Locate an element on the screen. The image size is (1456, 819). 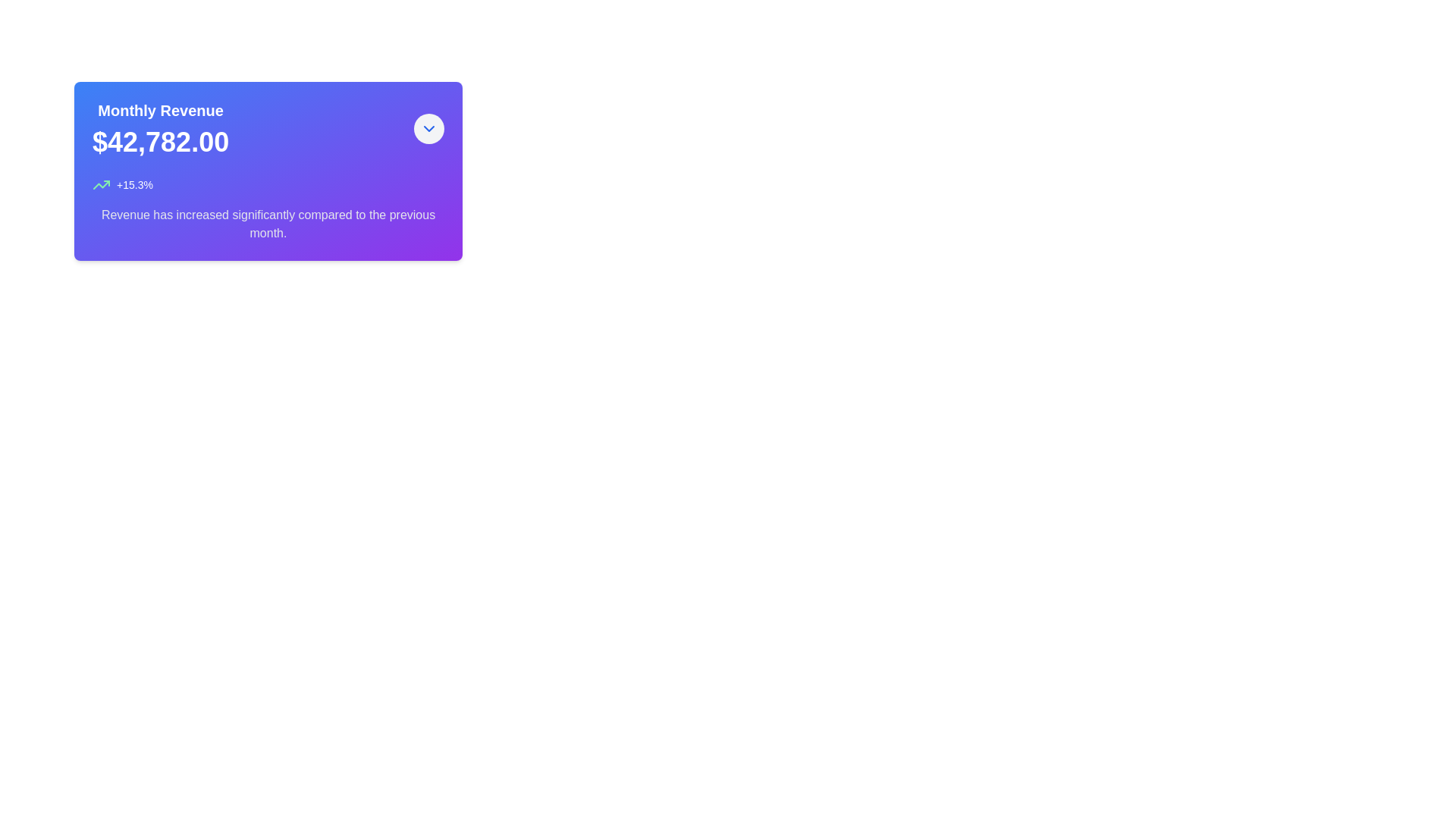
the small green upward-trending line chart icon located to the left of the '+15.3%' percentage change label within the monthly revenue card is located at coordinates (101, 184).